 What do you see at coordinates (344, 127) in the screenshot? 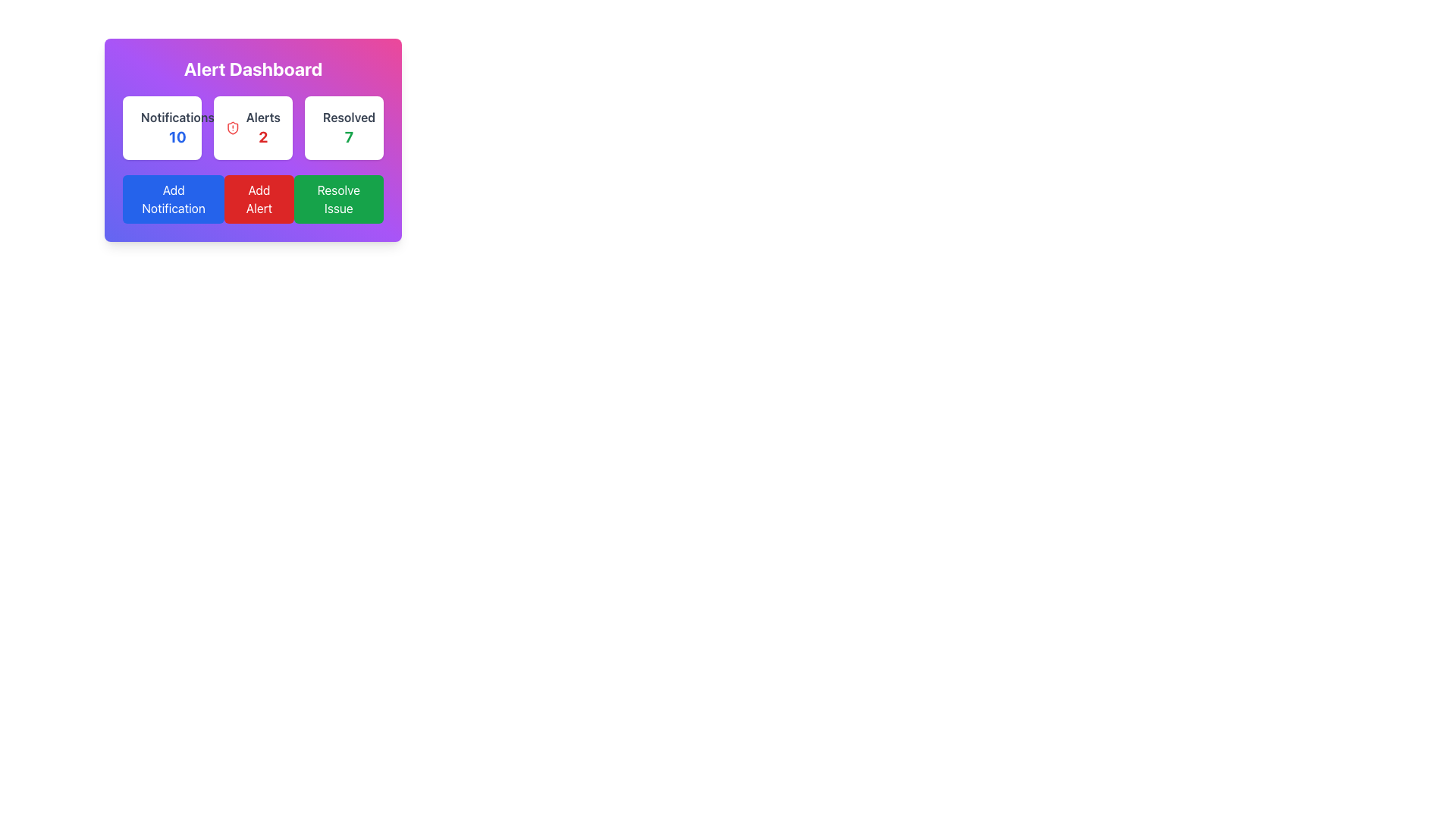
I see `the informational card component labeled 'Resolved7' that displays a count of '7' resolved items, located in the right column of the dashboard layout` at bounding box center [344, 127].